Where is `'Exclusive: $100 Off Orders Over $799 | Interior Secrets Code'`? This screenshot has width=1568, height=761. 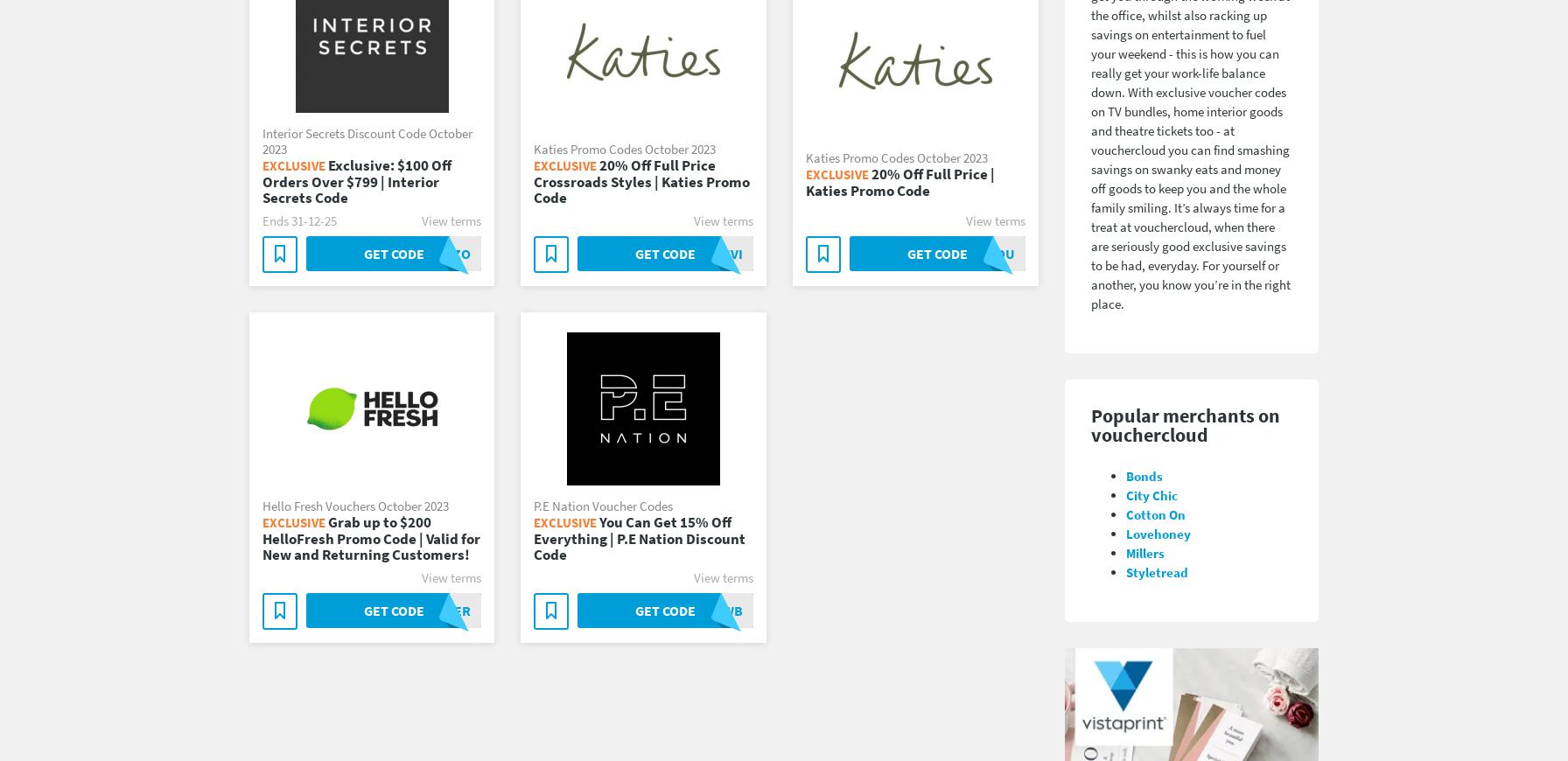
'Exclusive: $100 Off Orders Over $799 | Interior Secrets Code' is located at coordinates (355, 179).